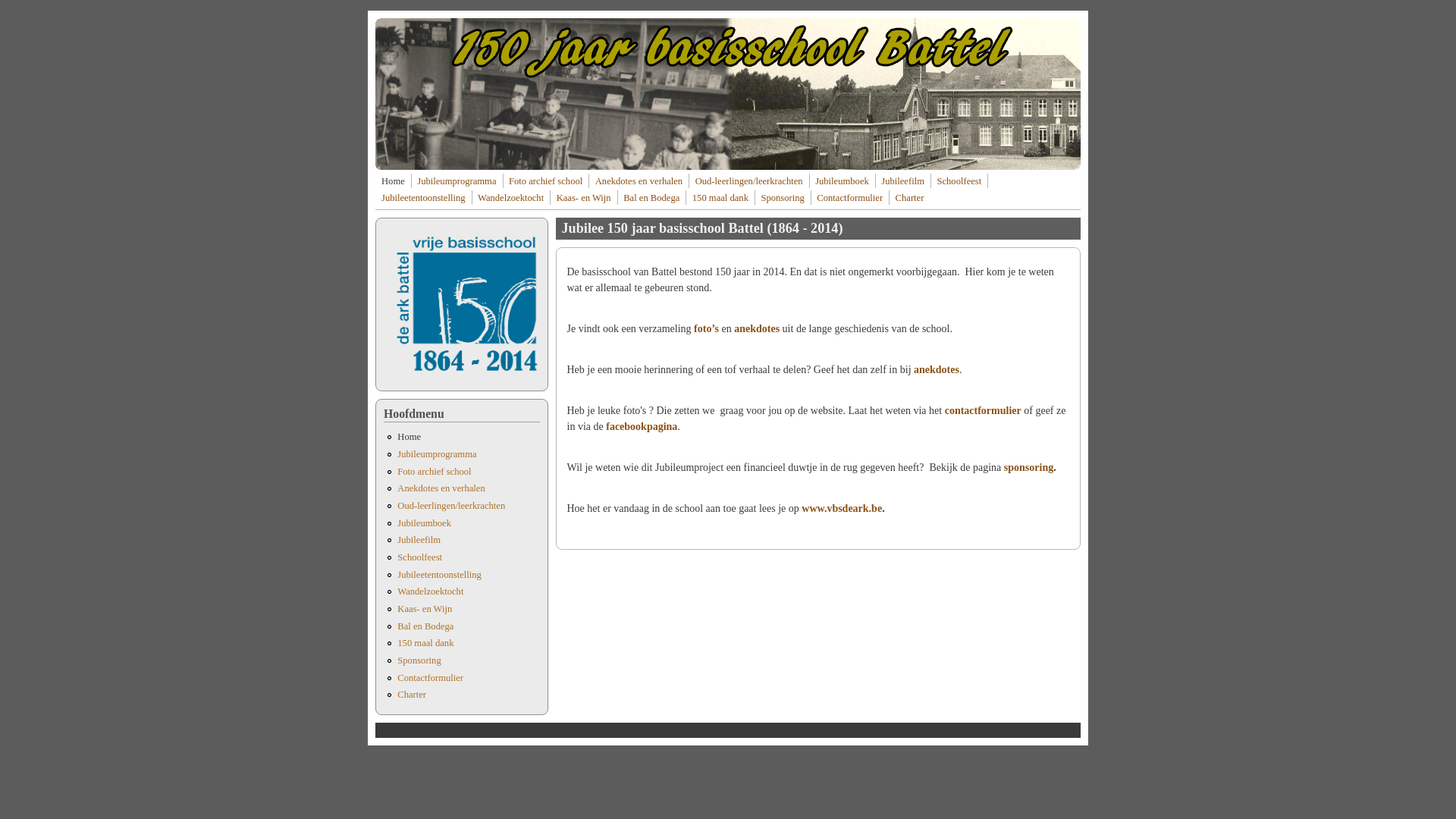 This screenshot has height=819, width=1456. What do you see at coordinates (641, 426) in the screenshot?
I see `'facebookpagina'` at bounding box center [641, 426].